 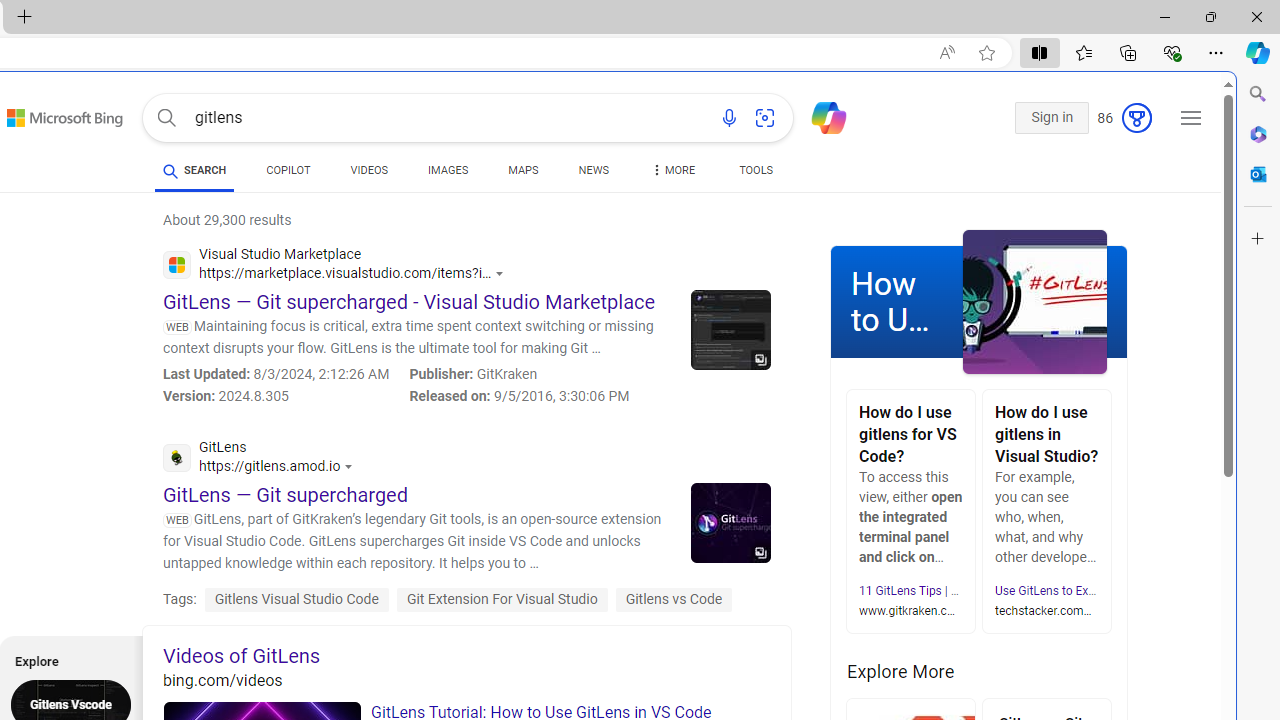 What do you see at coordinates (821, 116) in the screenshot?
I see `'Chat'` at bounding box center [821, 116].